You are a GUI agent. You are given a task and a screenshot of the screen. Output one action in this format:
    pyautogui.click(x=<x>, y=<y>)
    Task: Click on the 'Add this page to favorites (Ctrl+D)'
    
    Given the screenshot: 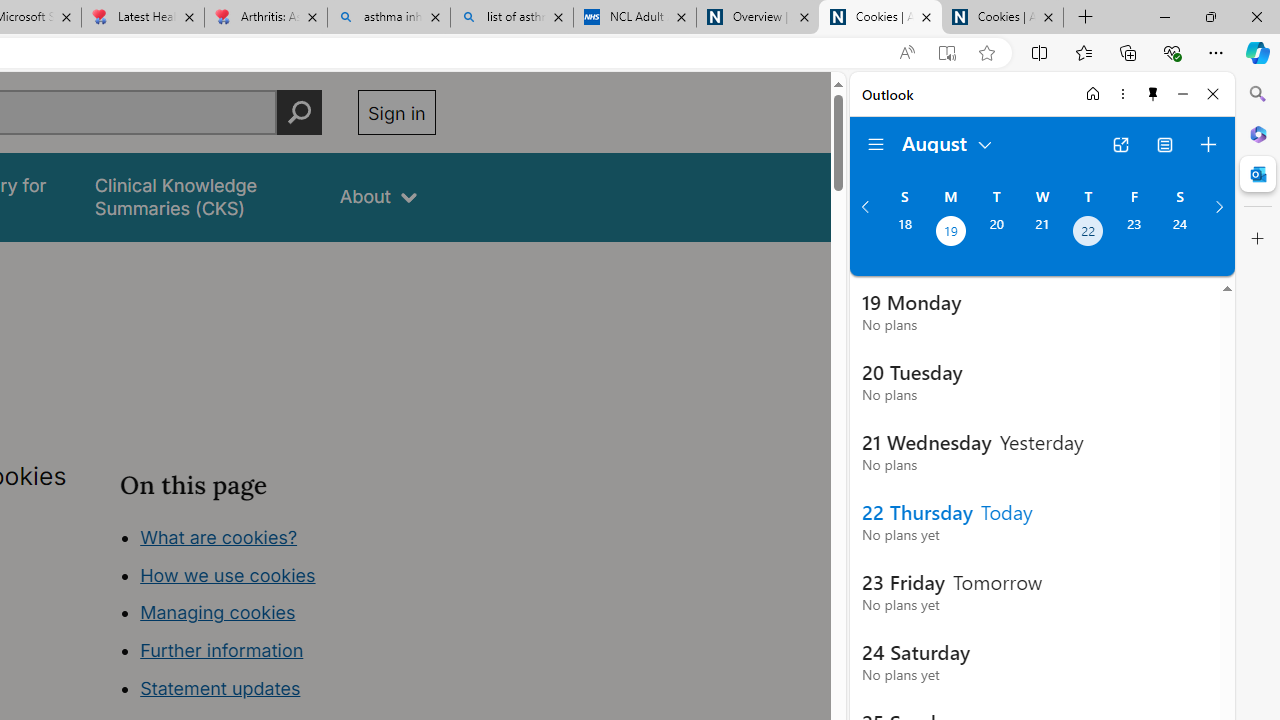 What is the action you would take?
    pyautogui.click(x=986, y=52)
    